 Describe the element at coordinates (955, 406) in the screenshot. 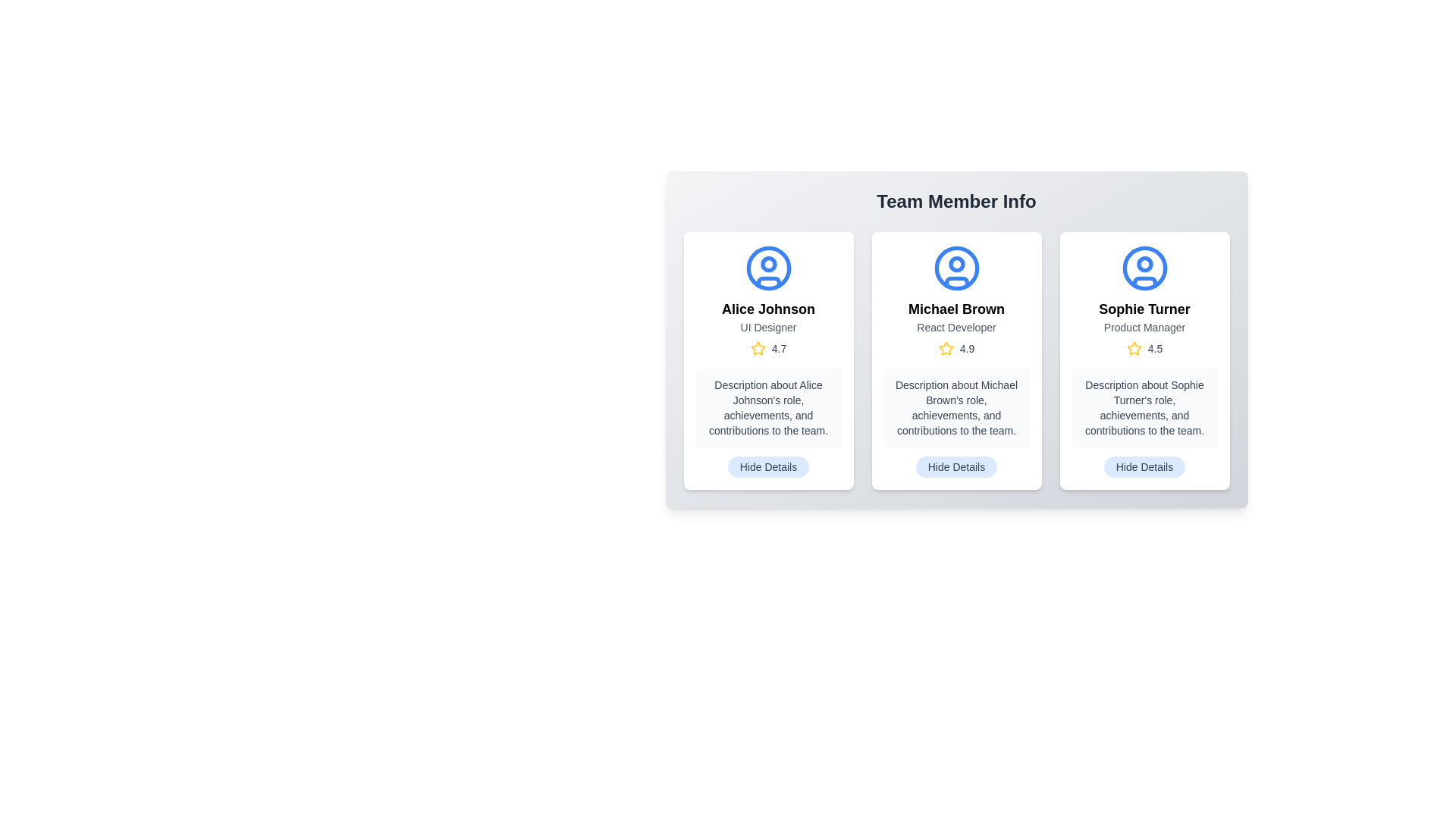

I see `the text block presenting information about Michael Brown, located in the middle card of a three-card layout, positioned below the rating of 4.9 and above the 'Hide Details' button` at that location.